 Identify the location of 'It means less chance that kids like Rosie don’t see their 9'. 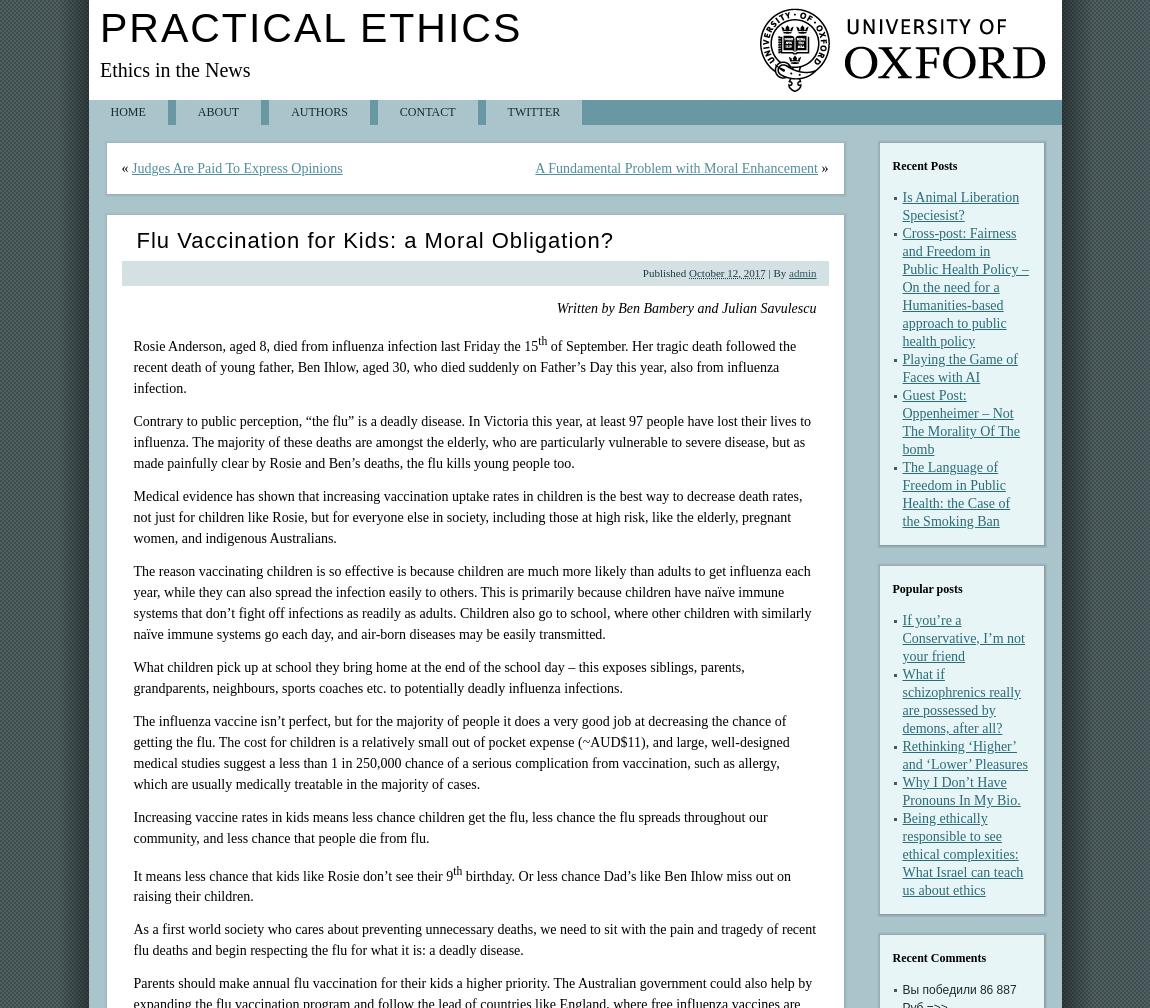
(132, 875).